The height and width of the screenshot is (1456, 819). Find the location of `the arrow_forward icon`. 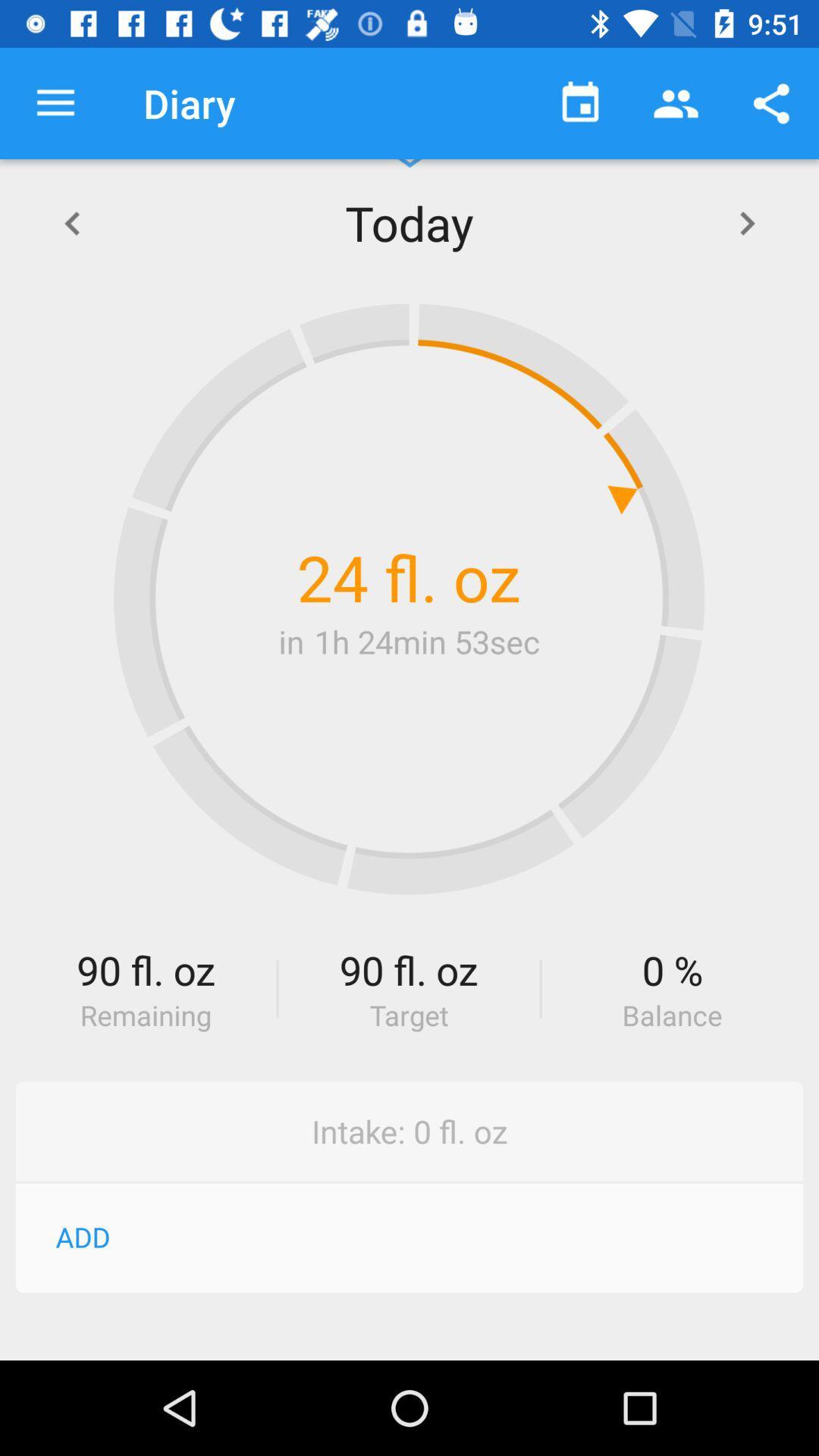

the arrow_forward icon is located at coordinates (746, 221).